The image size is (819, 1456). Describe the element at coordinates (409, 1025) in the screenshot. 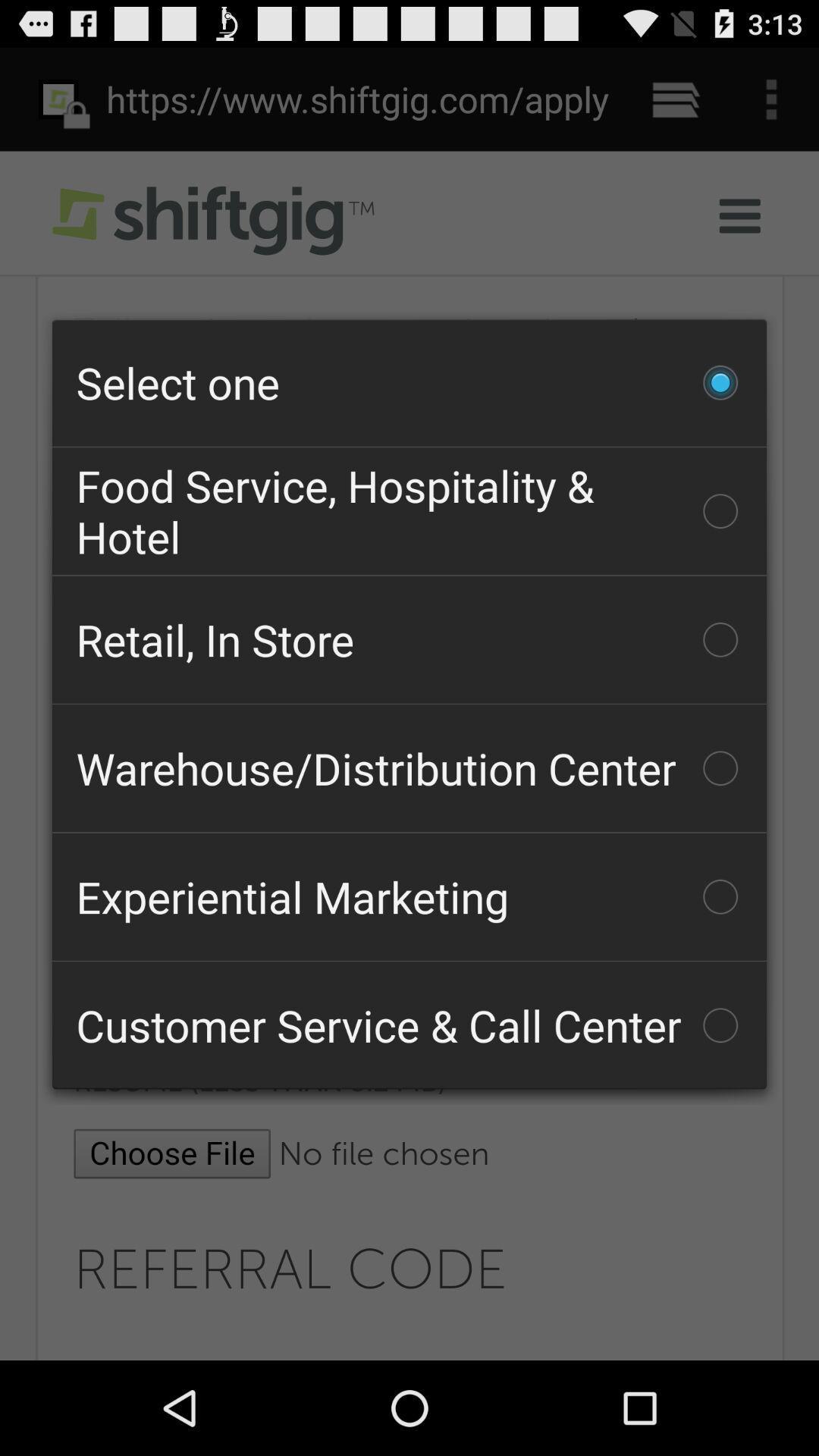

I see `the icon at the bottom` at that location.